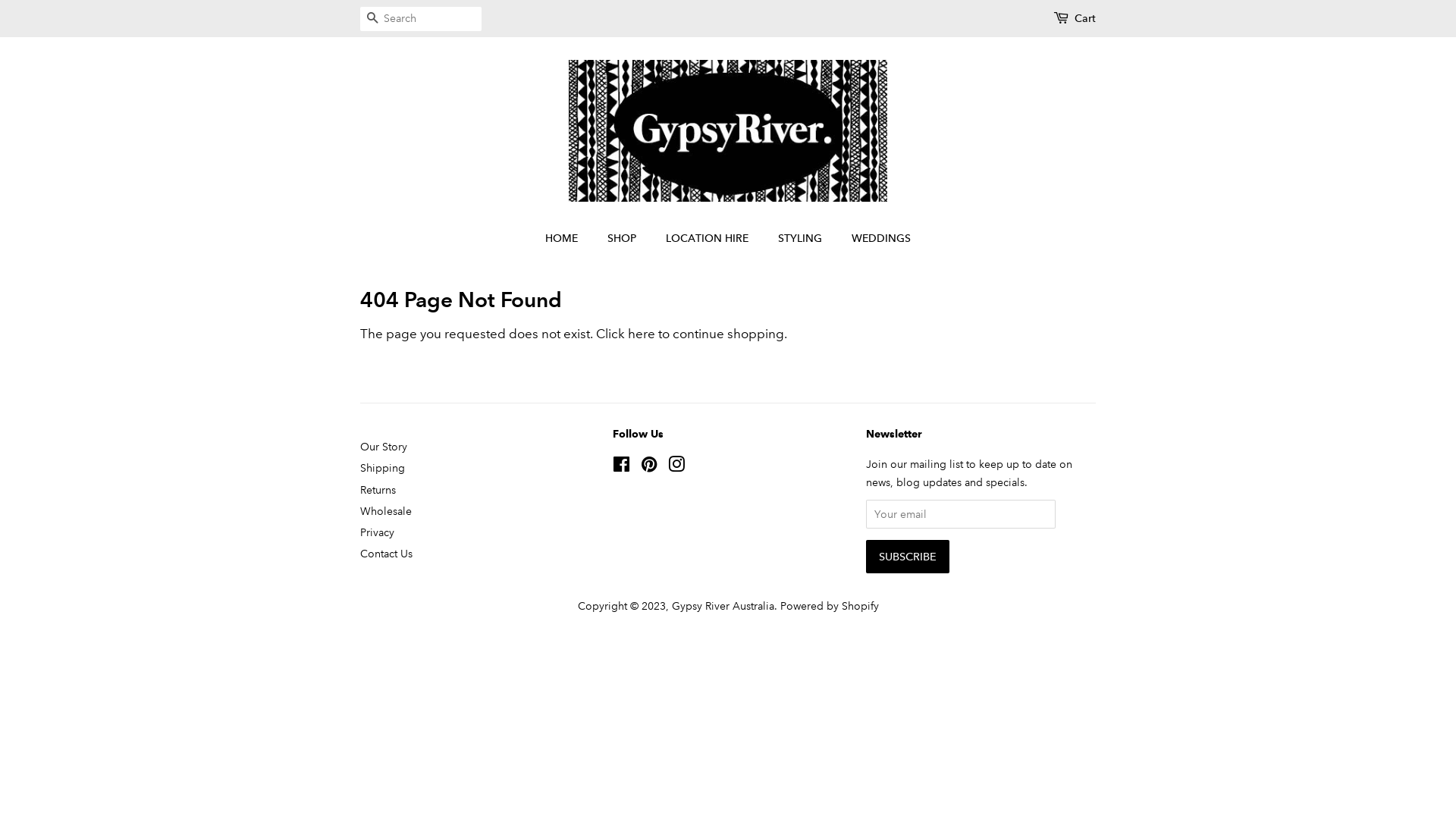 Image resolution: width=1456 pixels, height=819 pixels. What do you see at coordinates (383, 446) in the screenshot?
I see `'Our Story'` at bounding box center [383, 446].